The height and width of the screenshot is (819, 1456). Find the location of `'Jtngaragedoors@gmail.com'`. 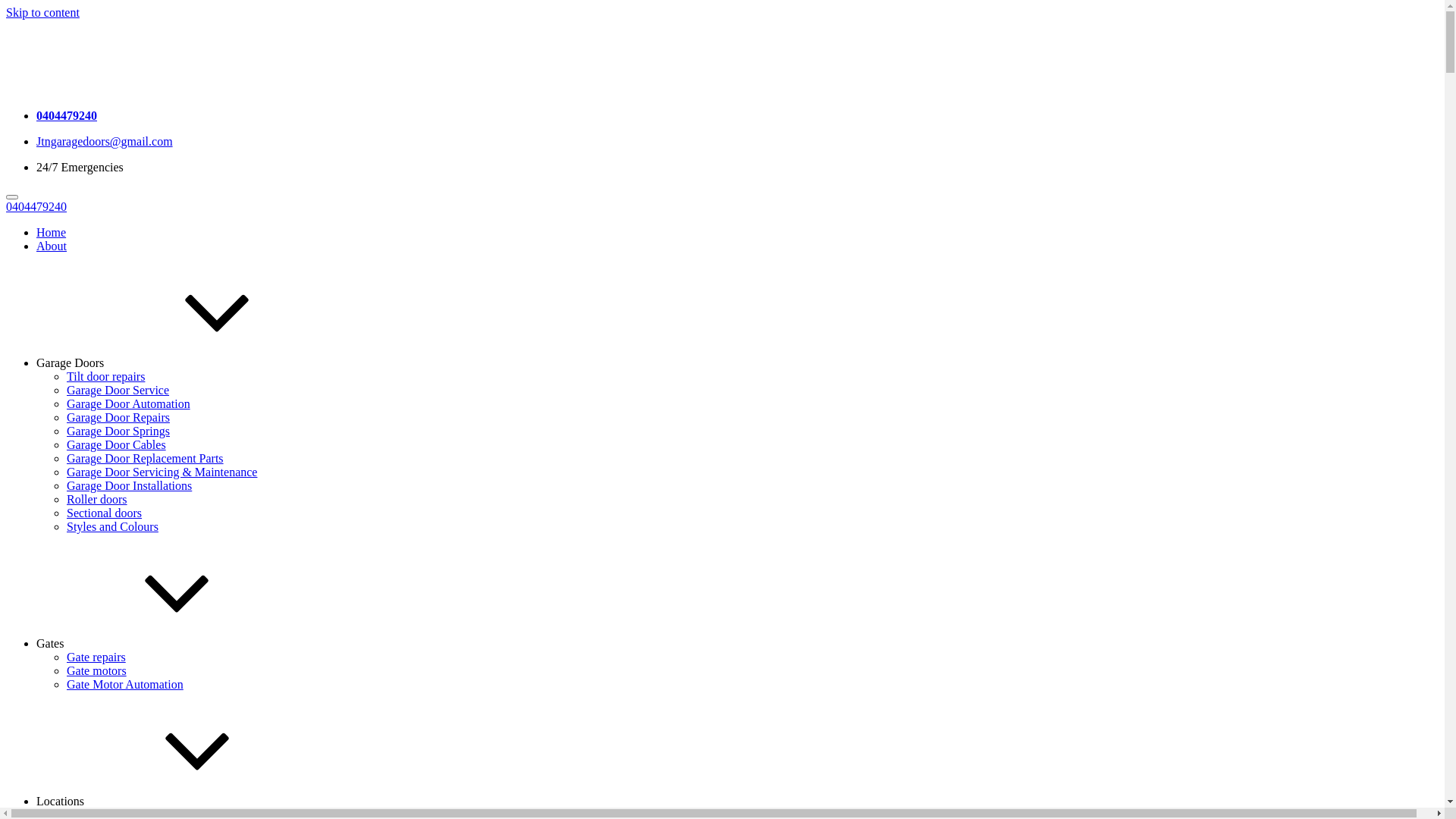

'Jtngaragedoors@gmail.com' is located at coordinates (104, 141).